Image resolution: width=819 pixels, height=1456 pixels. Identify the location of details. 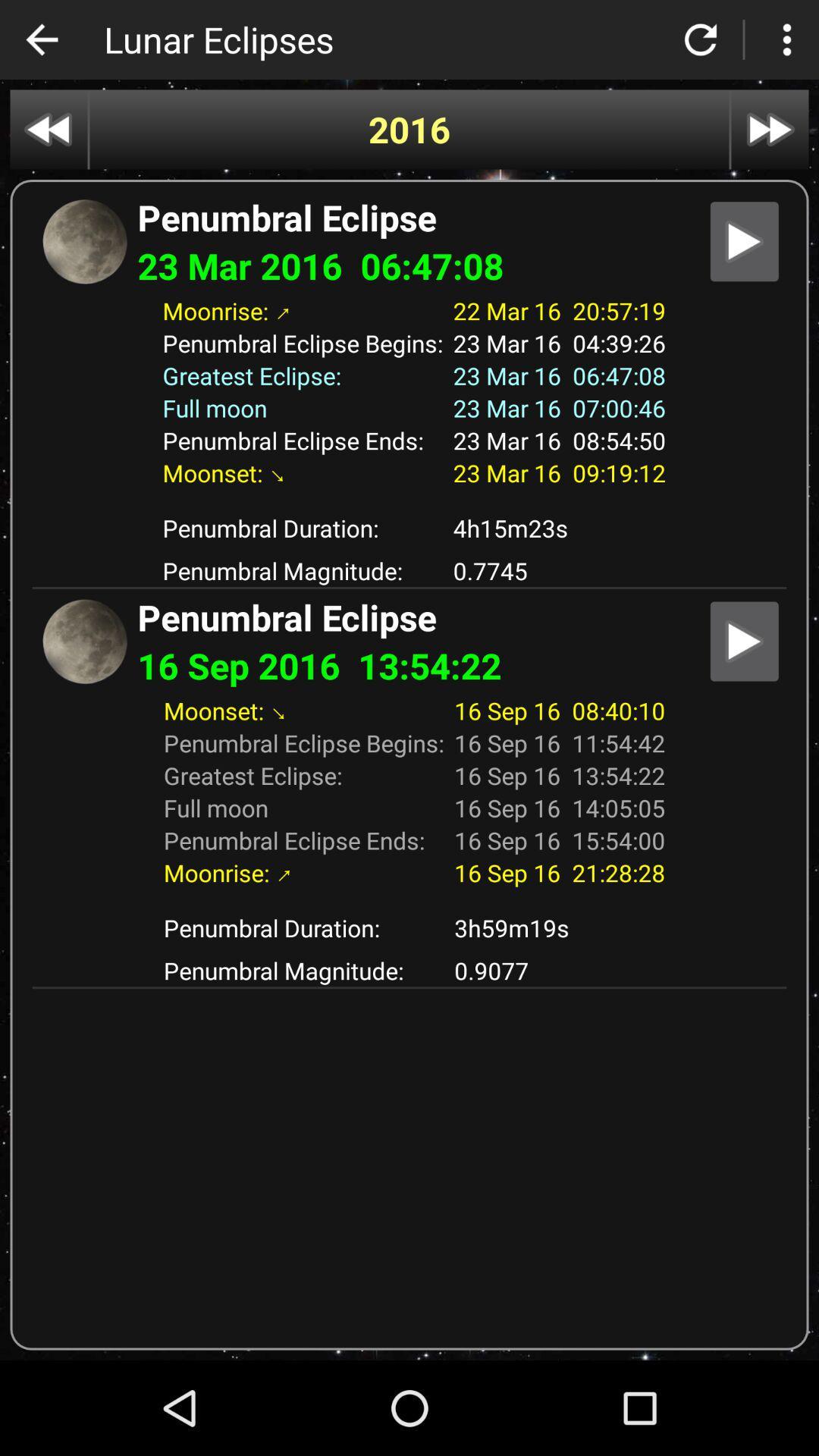
(743, 641).